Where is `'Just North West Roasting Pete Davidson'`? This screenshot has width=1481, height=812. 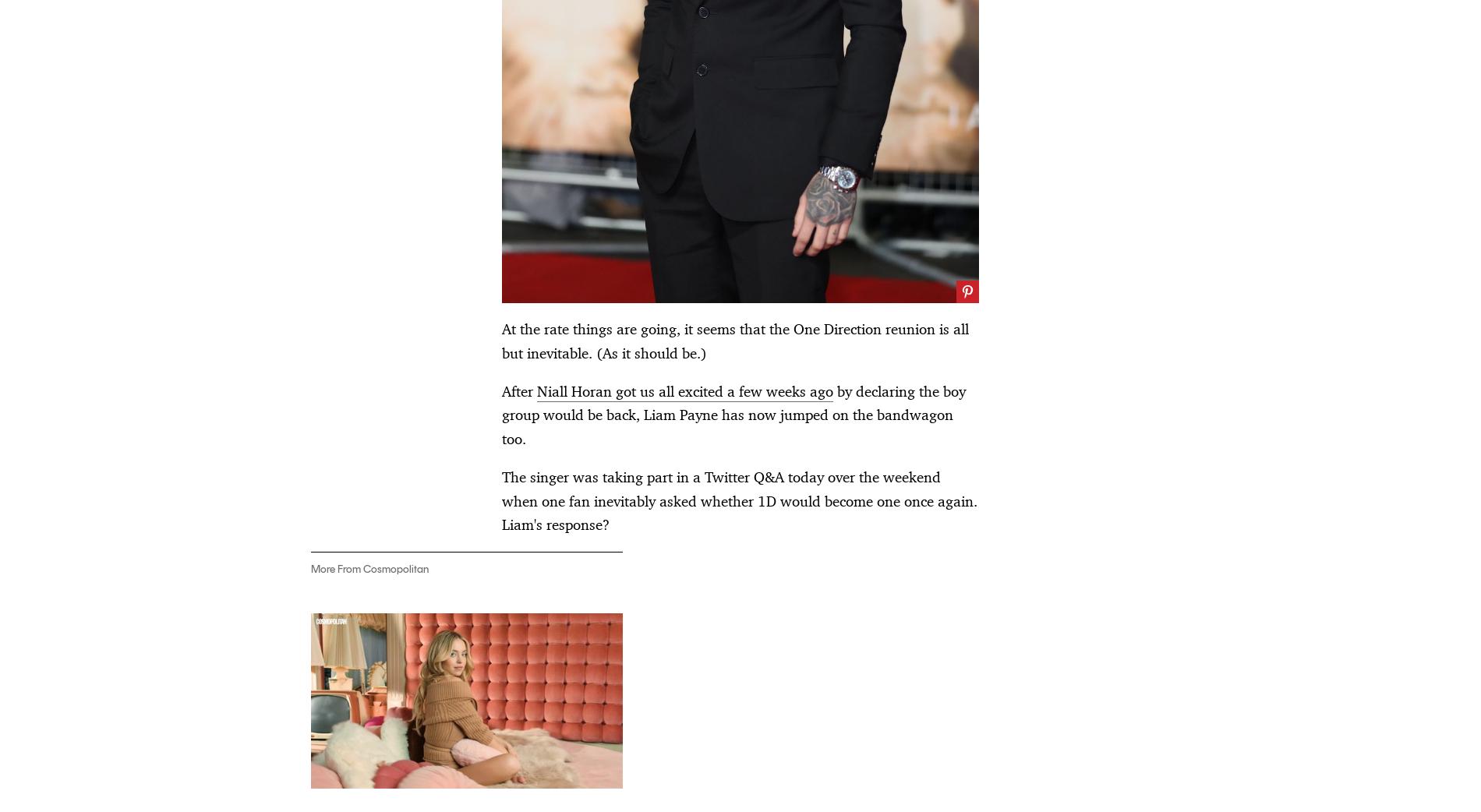 'Just North West Roasting Pete Davidson' is located at coordinates (989, 307).